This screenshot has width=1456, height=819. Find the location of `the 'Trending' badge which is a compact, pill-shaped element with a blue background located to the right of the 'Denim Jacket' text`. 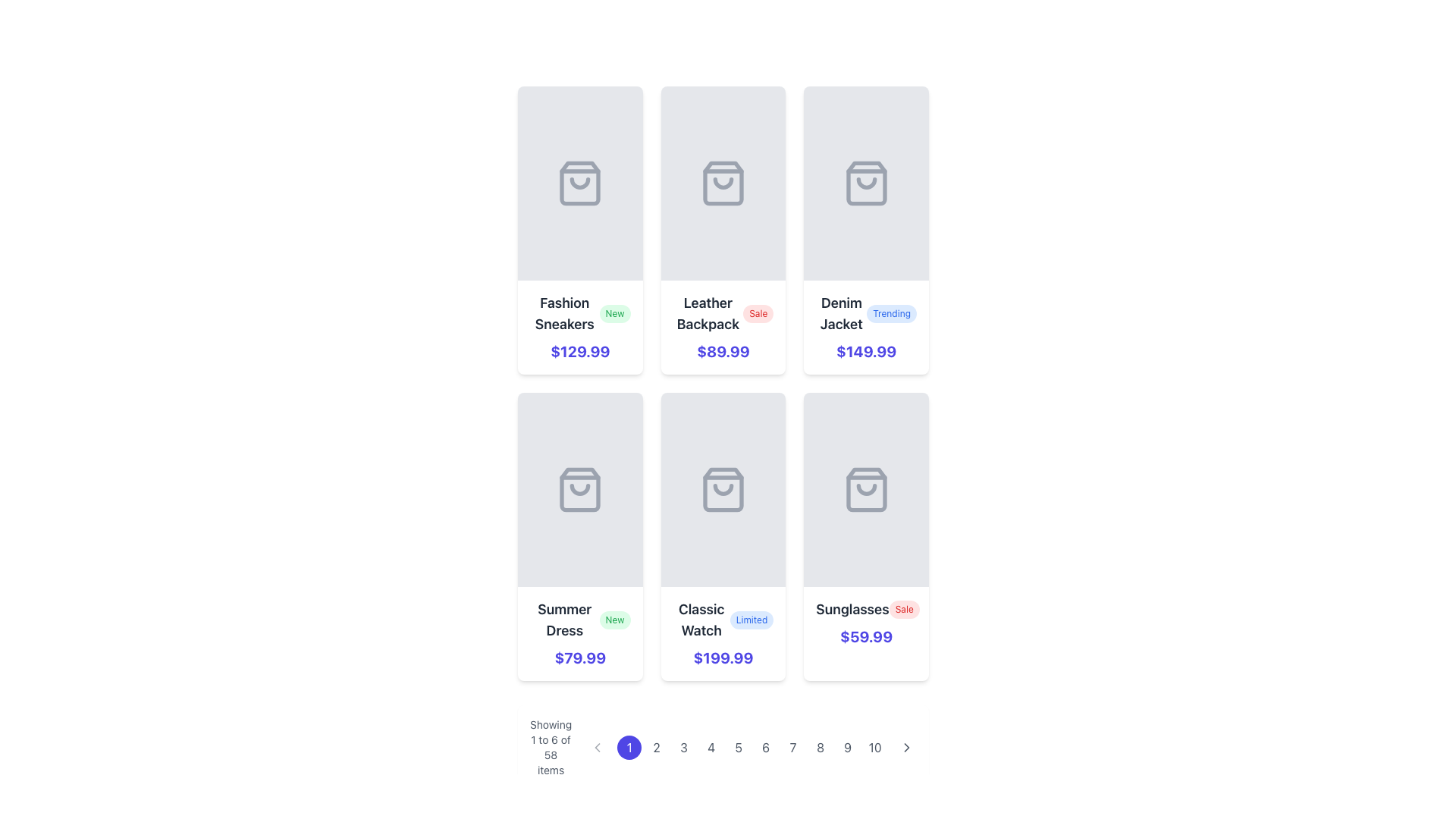

the 'Trending' badge which is a compact, pill-shaped element with a blue background located to the right of the 'Denim Jacket' text is located at coordinates (892, 312).